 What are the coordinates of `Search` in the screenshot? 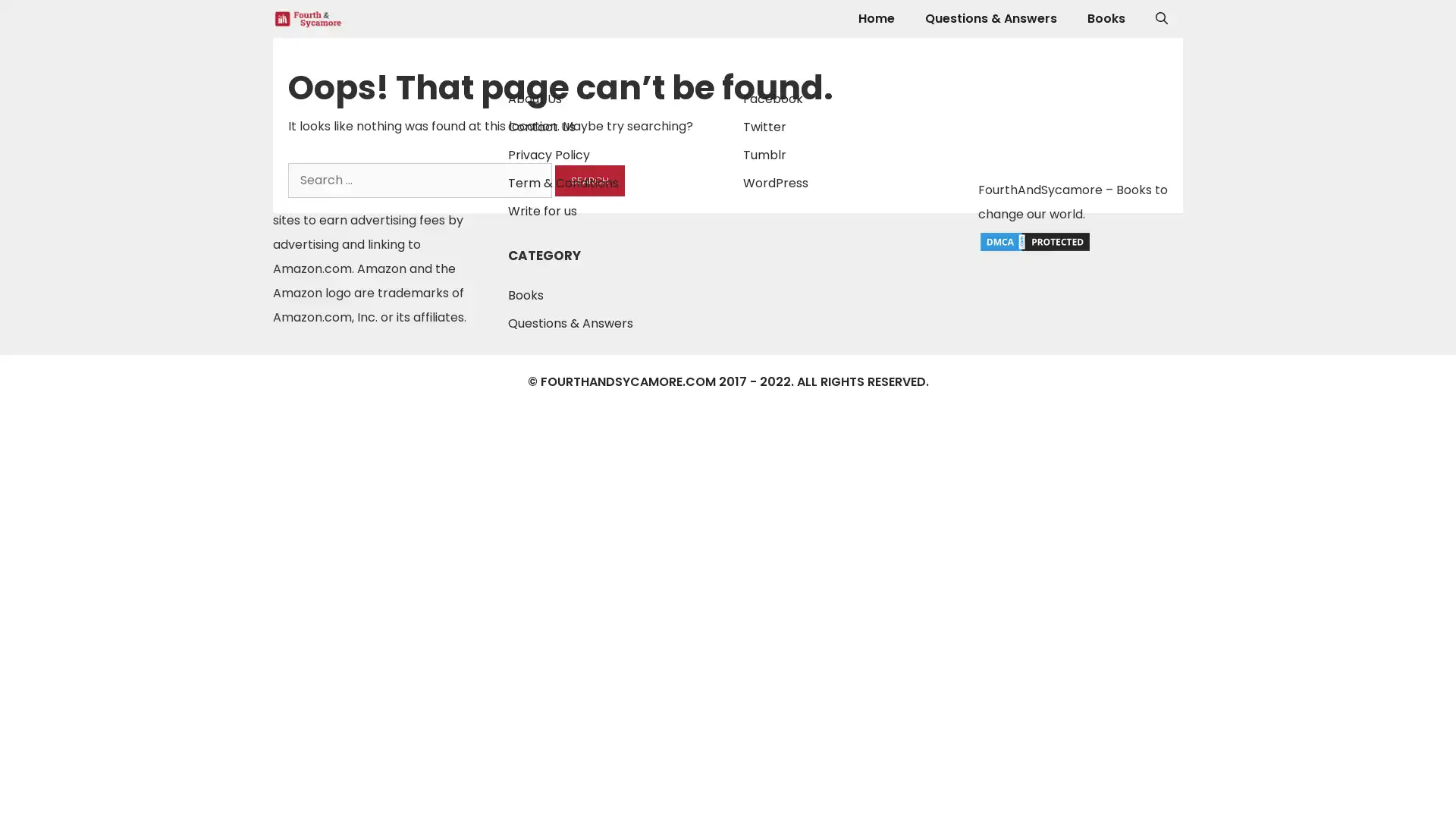 It's located at (588, 180).